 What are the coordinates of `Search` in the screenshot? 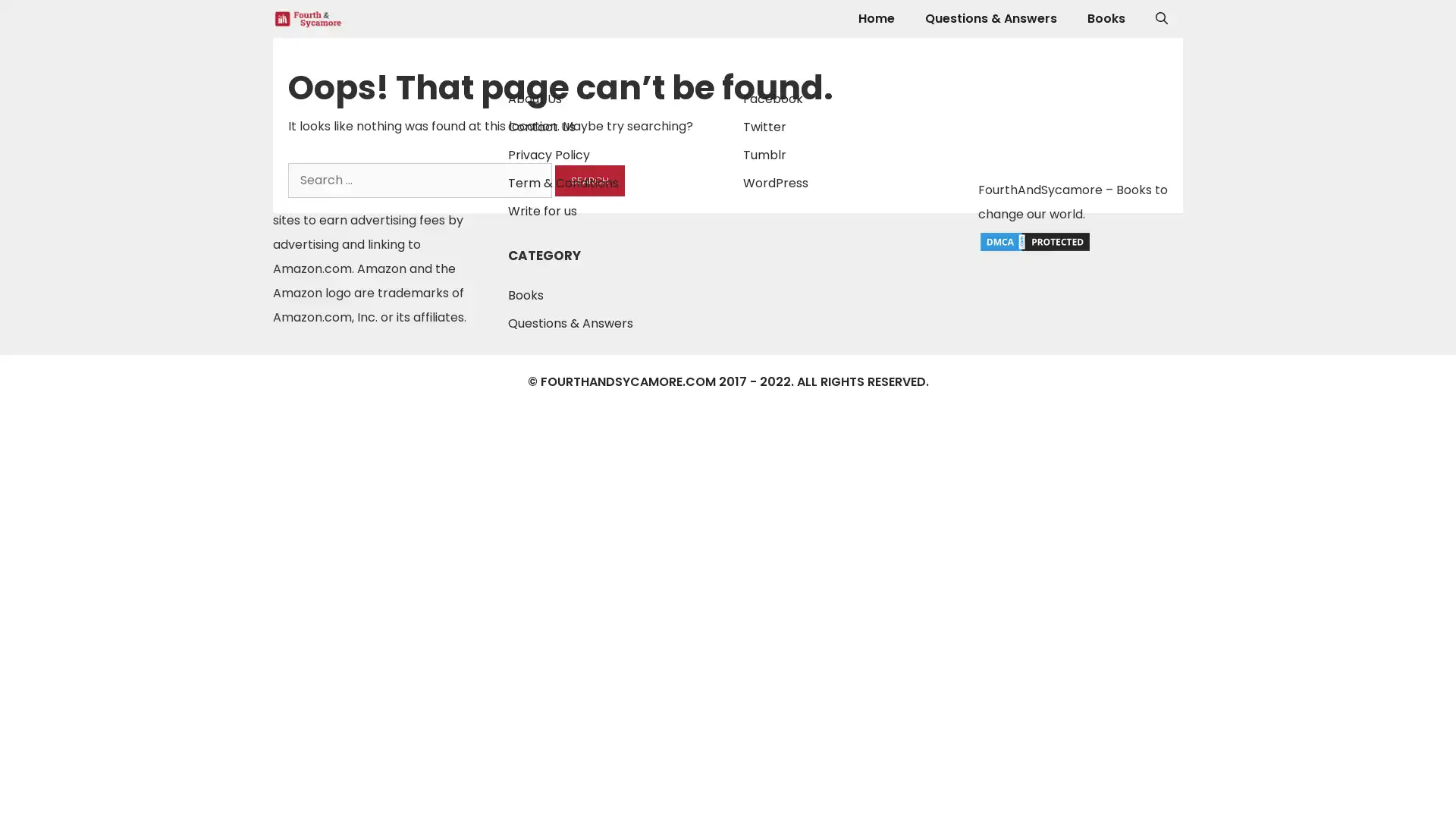 It's located at (588, 180).